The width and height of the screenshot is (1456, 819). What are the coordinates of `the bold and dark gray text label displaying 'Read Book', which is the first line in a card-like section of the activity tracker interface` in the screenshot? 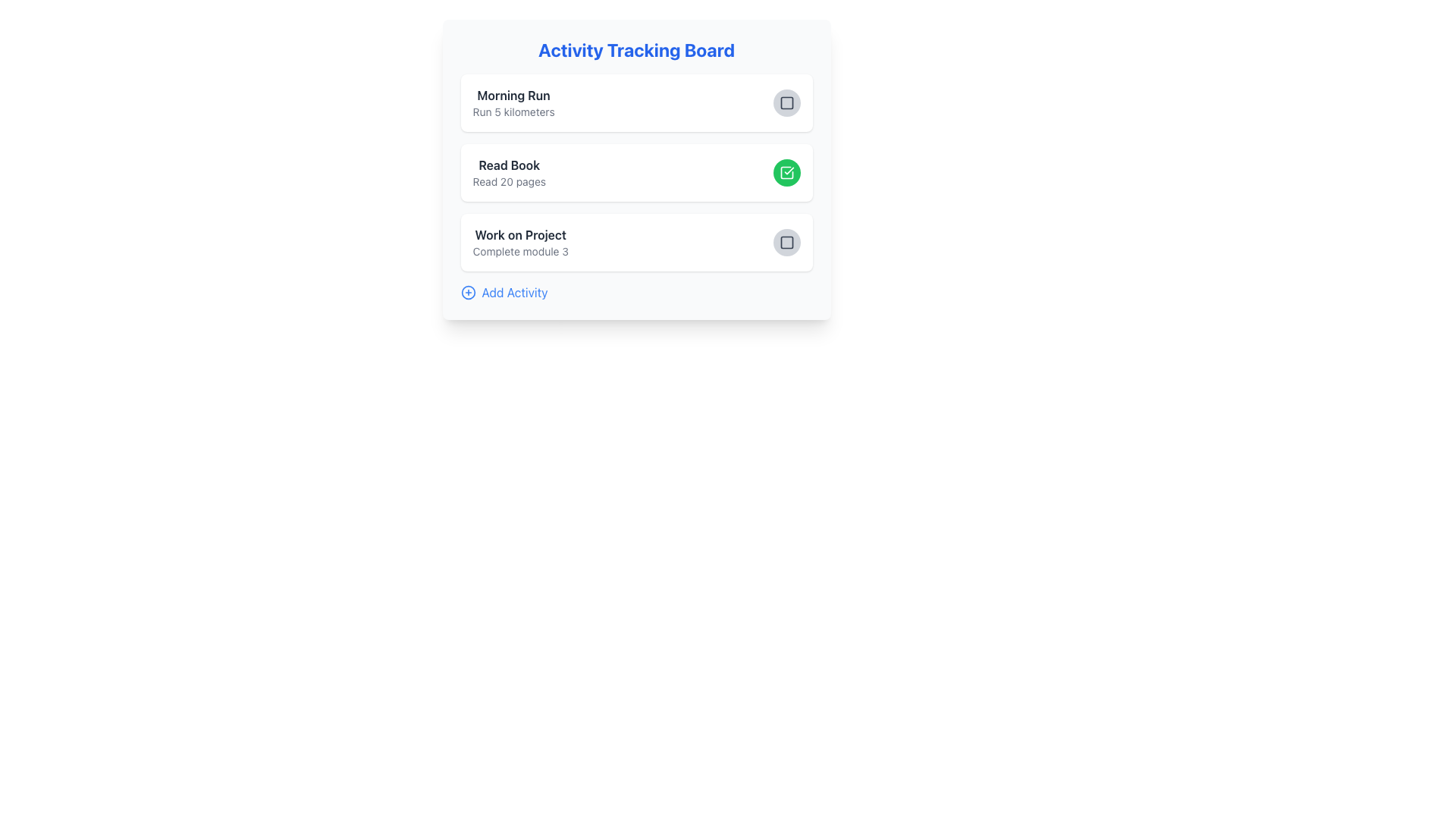 It's located at (509, 165).